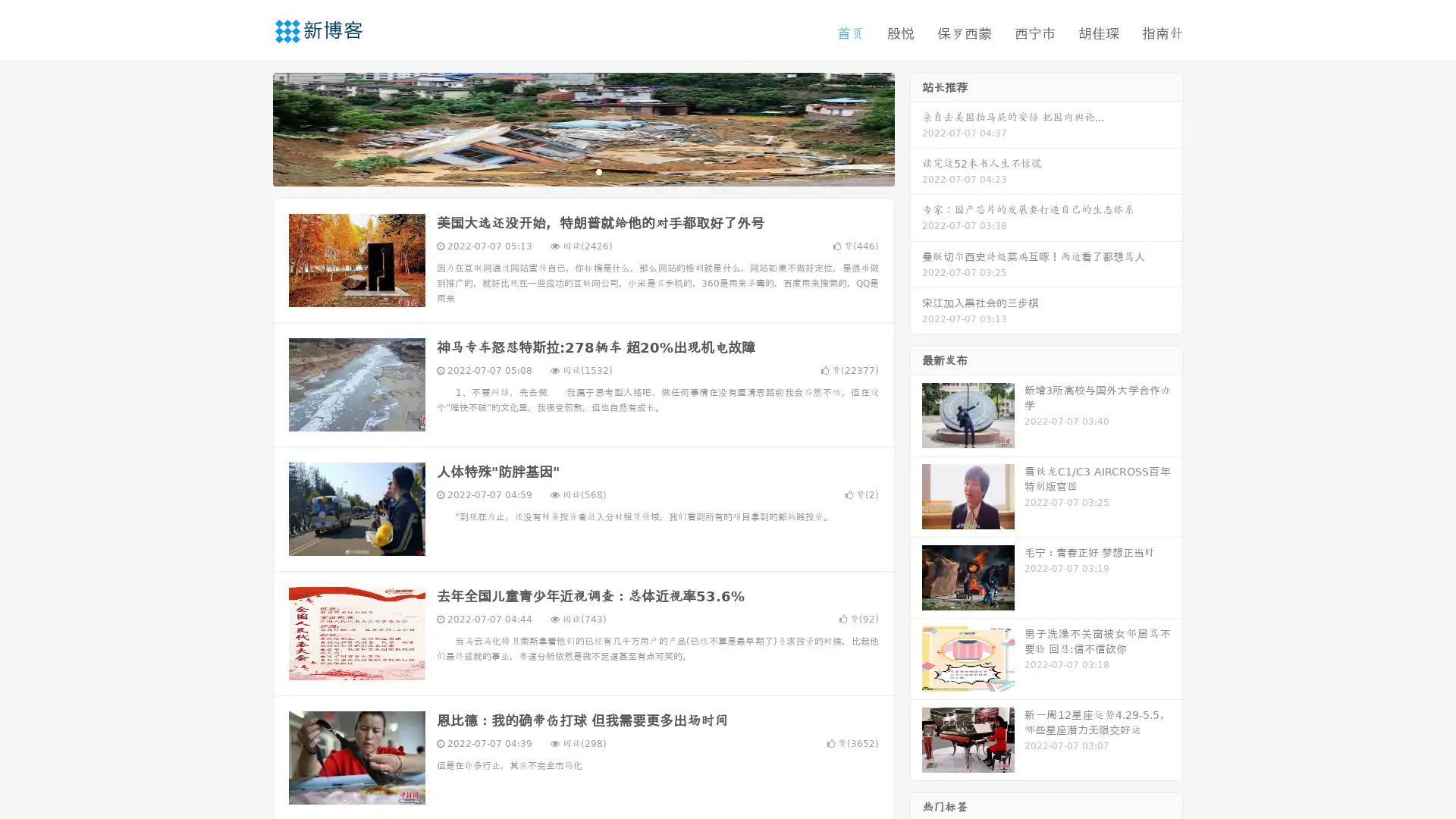 The width and height of the screenshot is (1456, 819). Describe the element at coordinates (598, 171) in the screenshot. I see `Go to slide 3` at that location.